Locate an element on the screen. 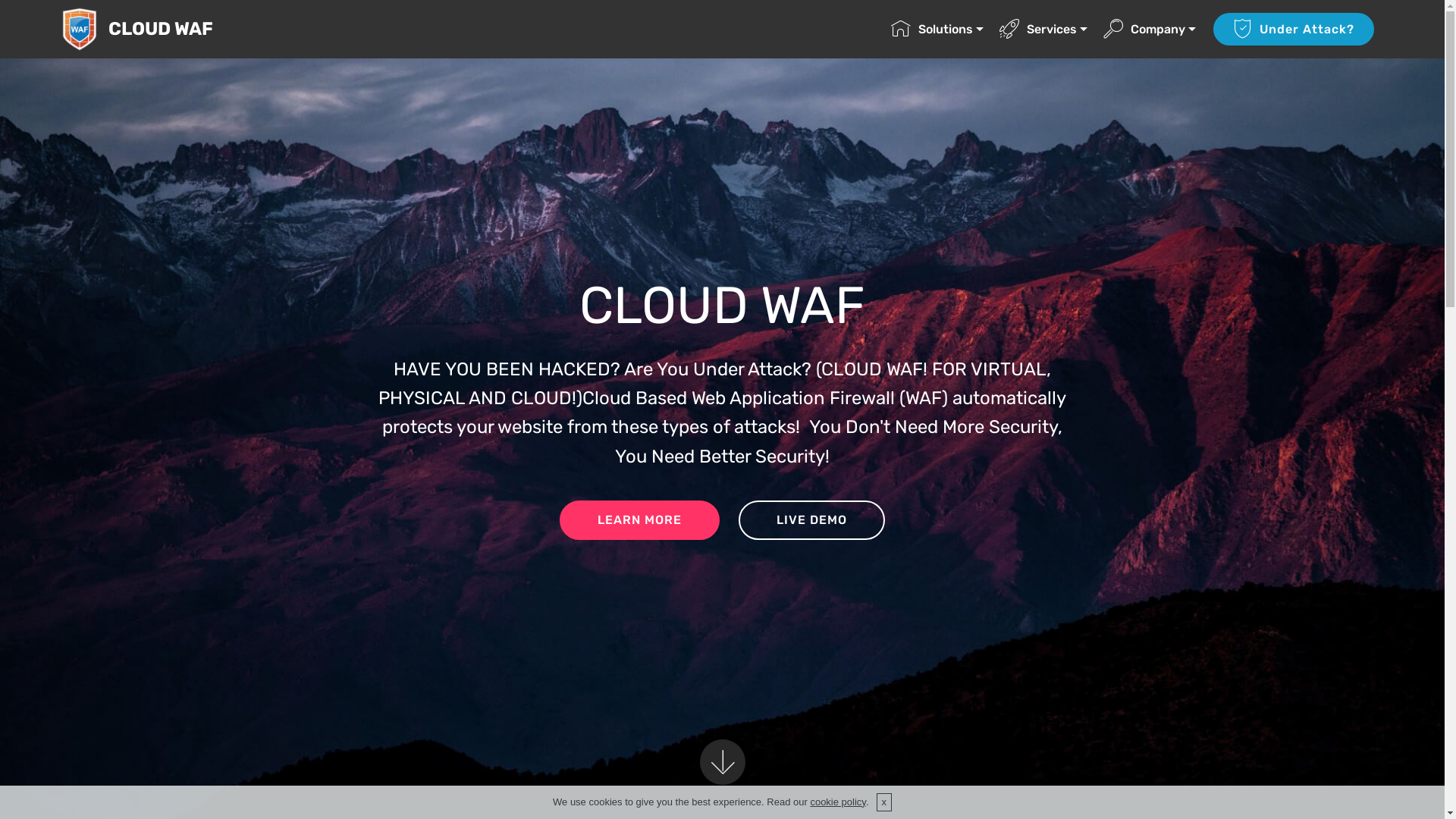 The width and height of the screenshot is (1456, 819). 'Company' is located at coordinates (1103, 29).